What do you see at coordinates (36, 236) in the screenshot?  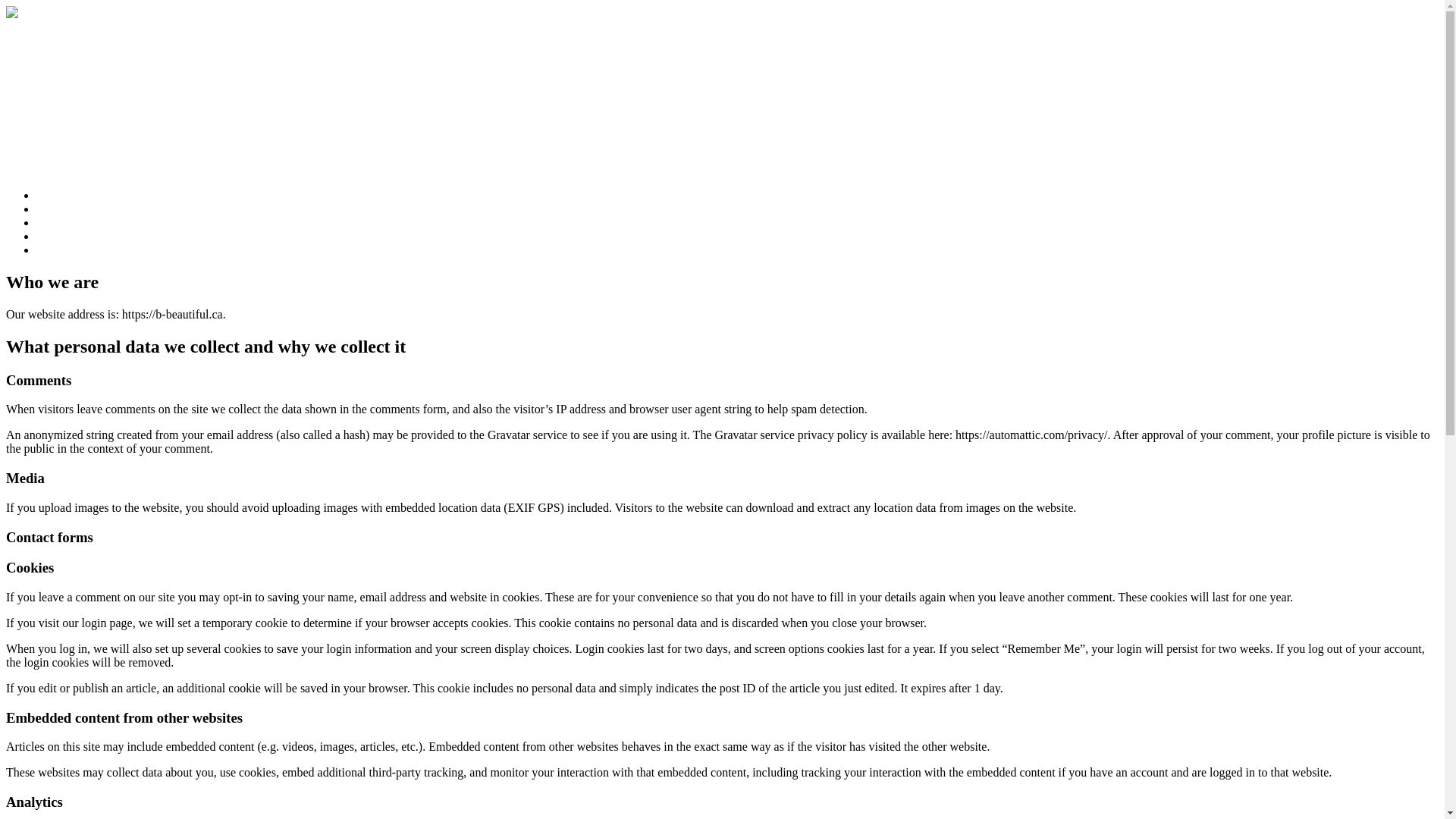 I see `'GALLERY'` at bounding box center [36, 236].